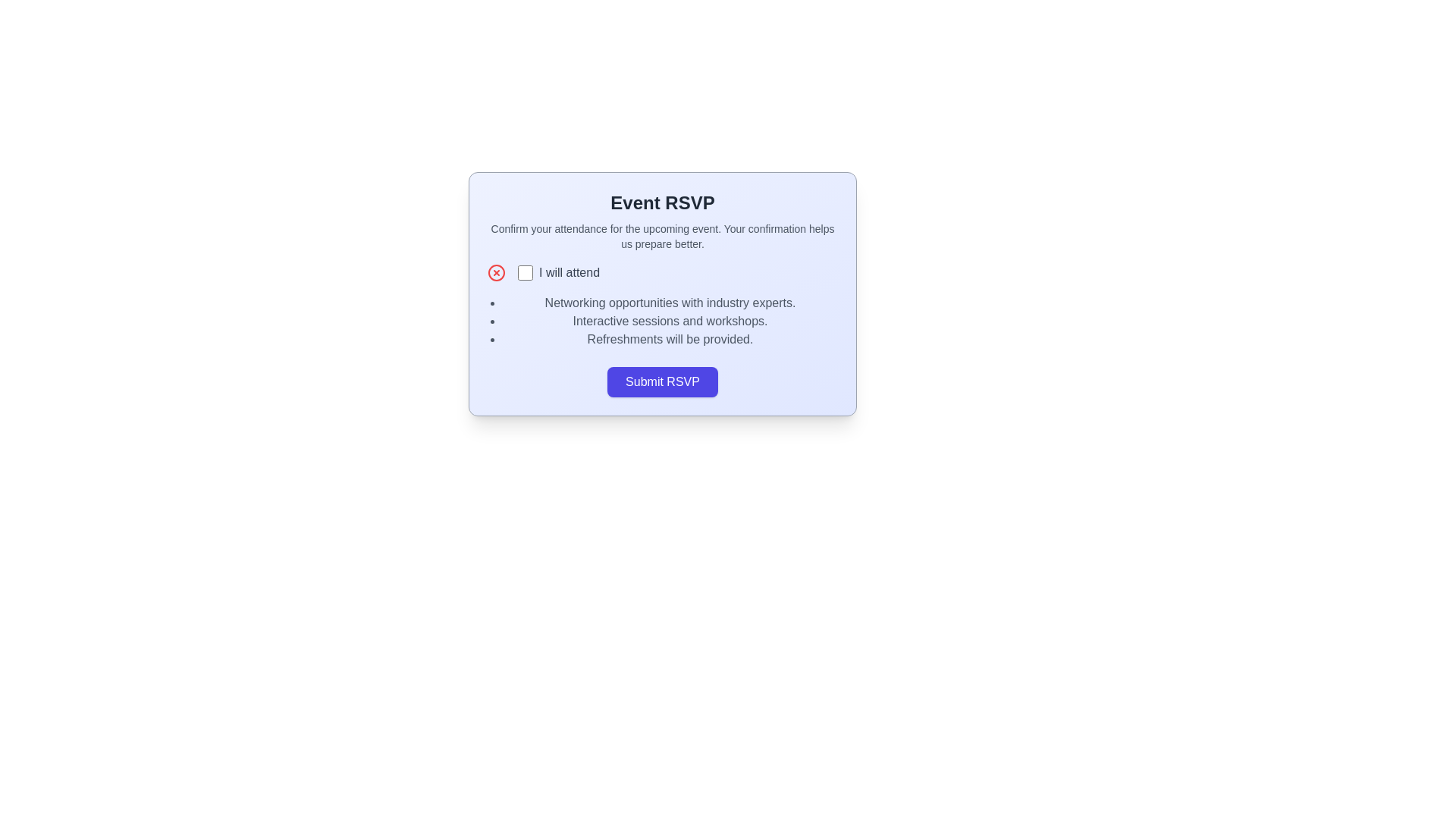 The width and height of the screenshot is (1456, 819). I want to click on the text label displaying the message 'Confirm your attendance for the upcoming event. Your confirmation helps us prepare better.' which is positioned below the title 'Event RSVP.', so click(662, 237).